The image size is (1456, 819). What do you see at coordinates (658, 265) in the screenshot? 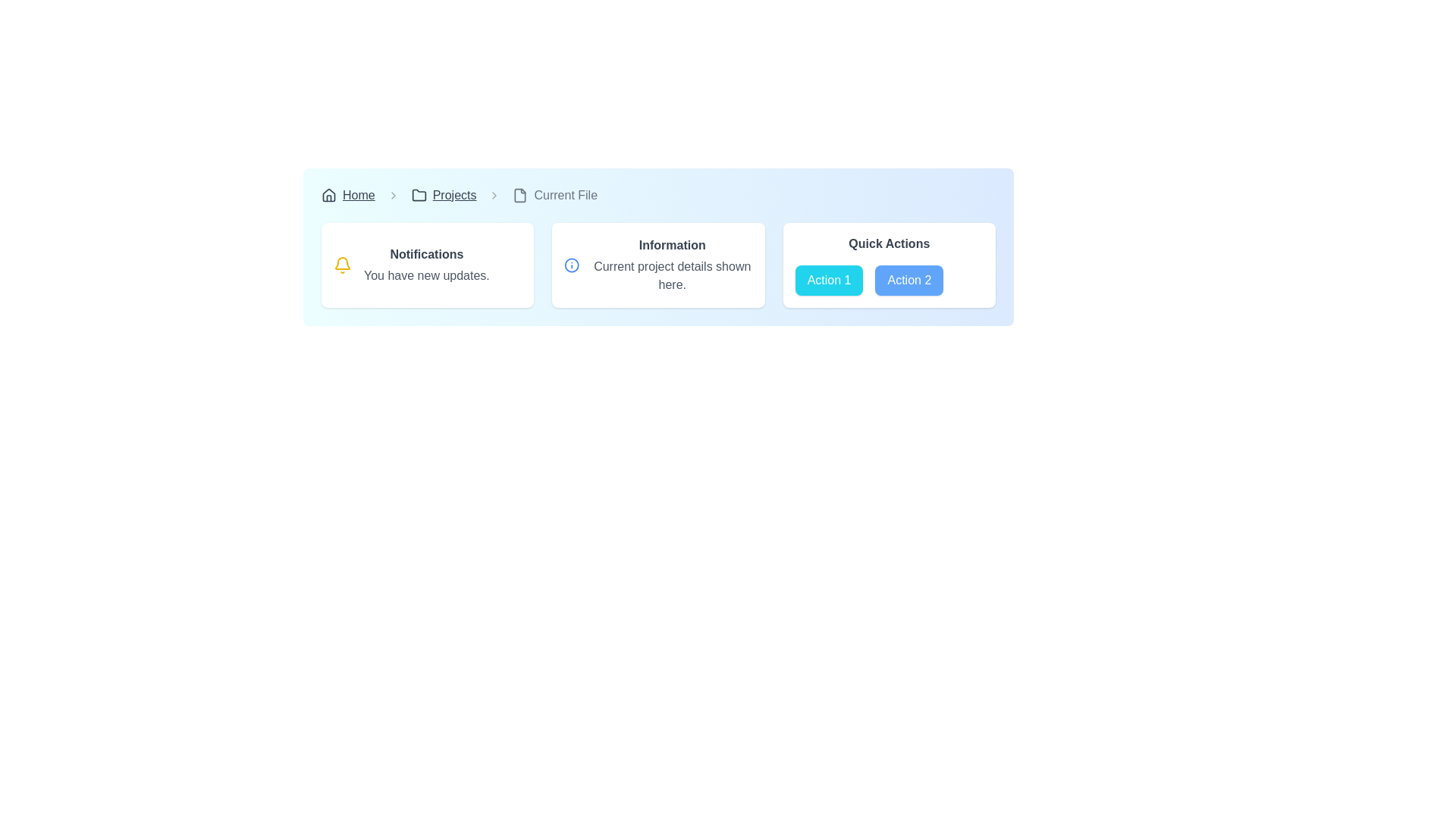
I see `the information section of the grid layout containing informational cards and action buttons` at bounding box center [658, 265].